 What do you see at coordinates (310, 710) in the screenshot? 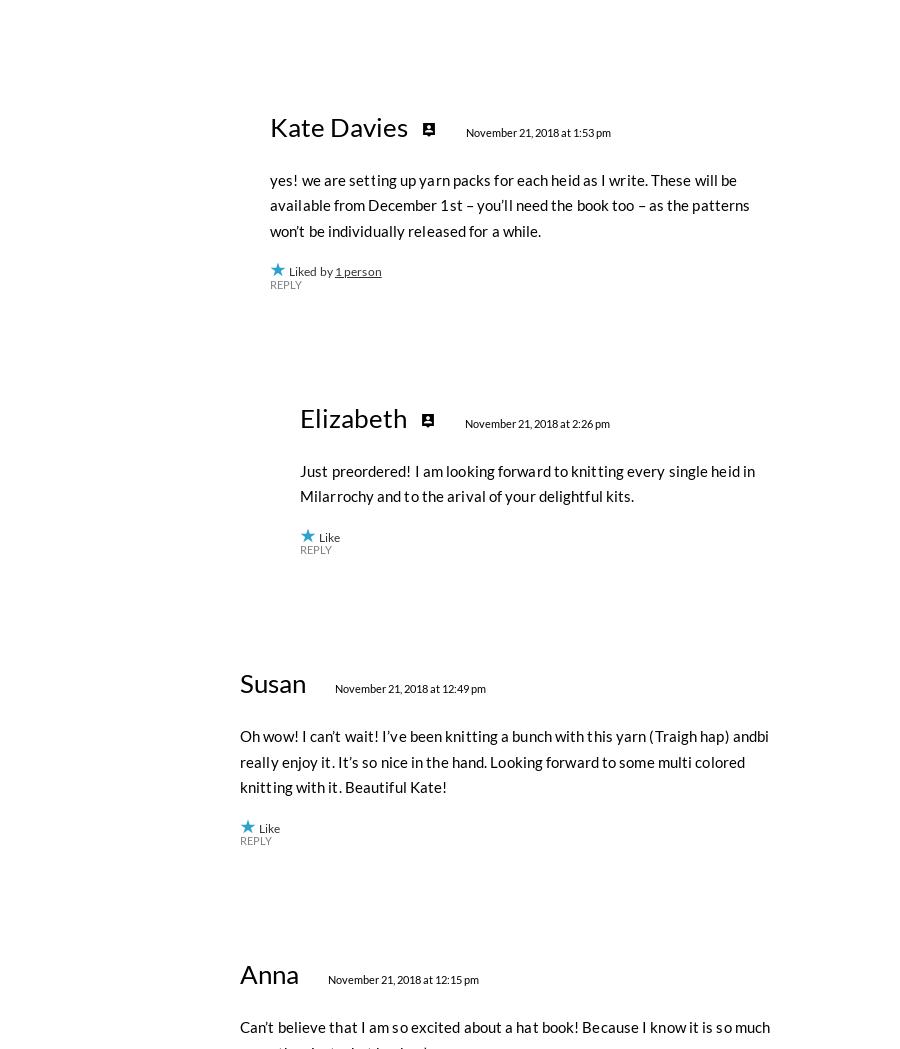
I see `'Liked by'` at bounding box center [310, 710].